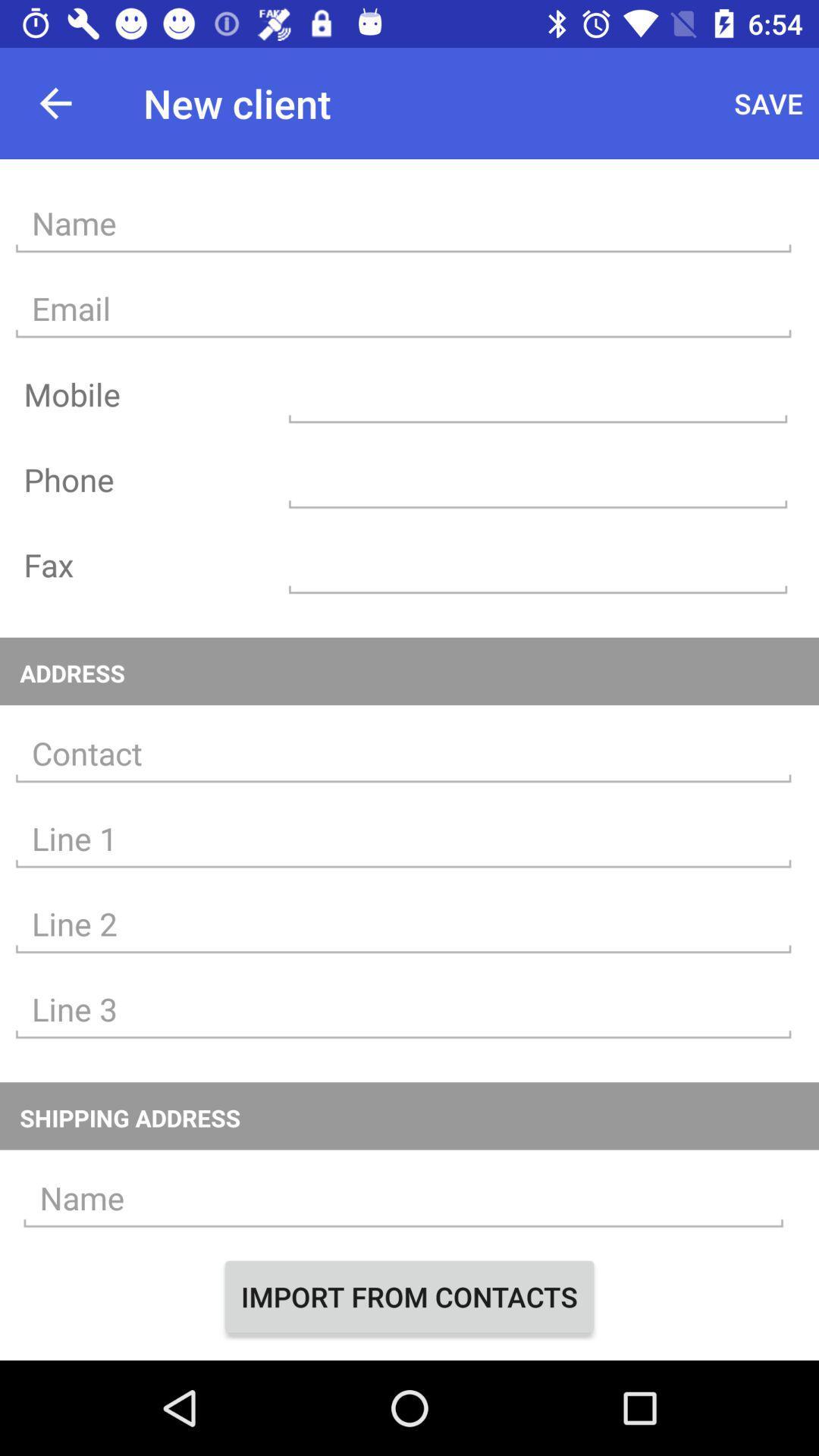  What do you see at coordinates (409, 1295) in the screenshot?
I see `the import from contacts icon` at bounding box center [409, 1295].